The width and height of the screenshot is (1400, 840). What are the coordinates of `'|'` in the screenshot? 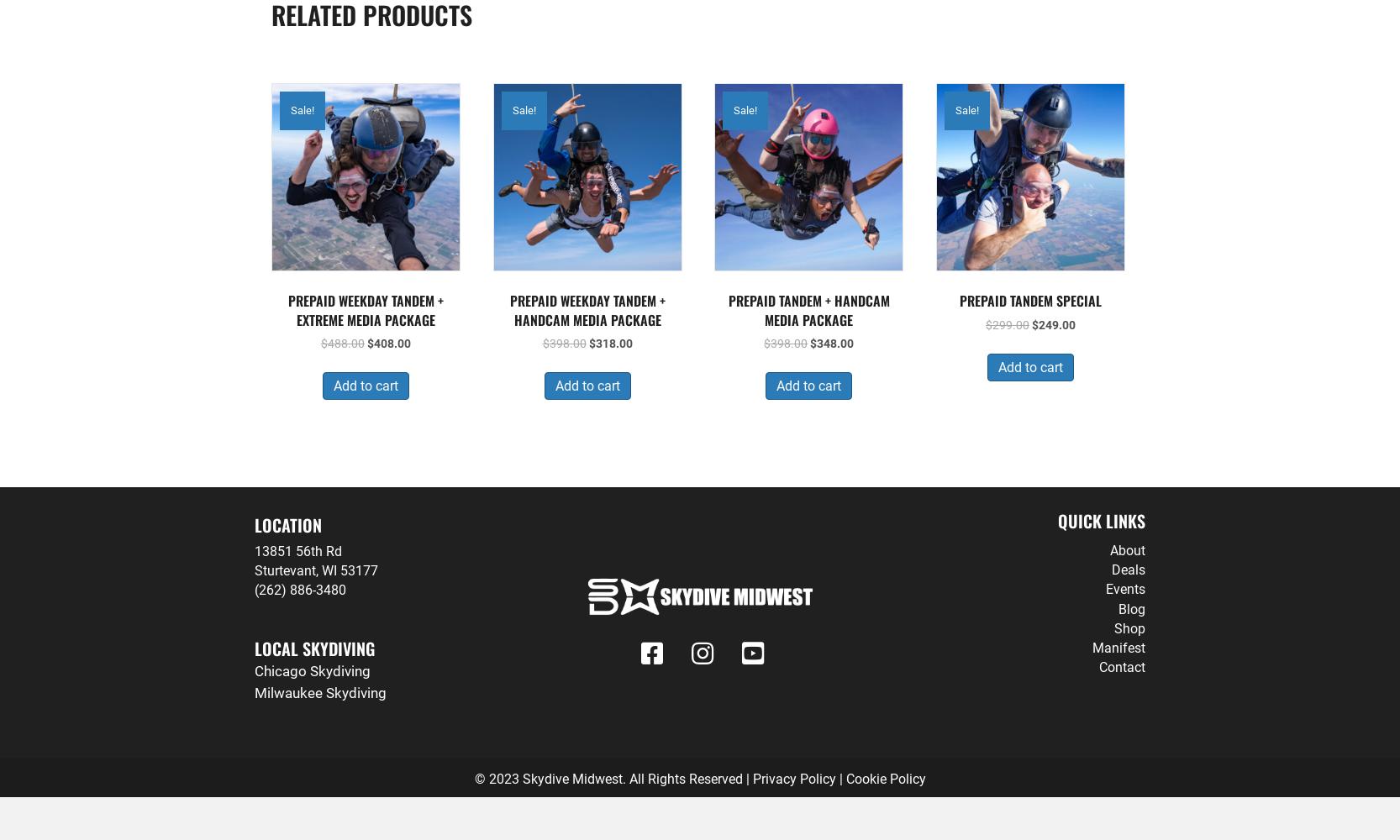 It's located at (839, 778).